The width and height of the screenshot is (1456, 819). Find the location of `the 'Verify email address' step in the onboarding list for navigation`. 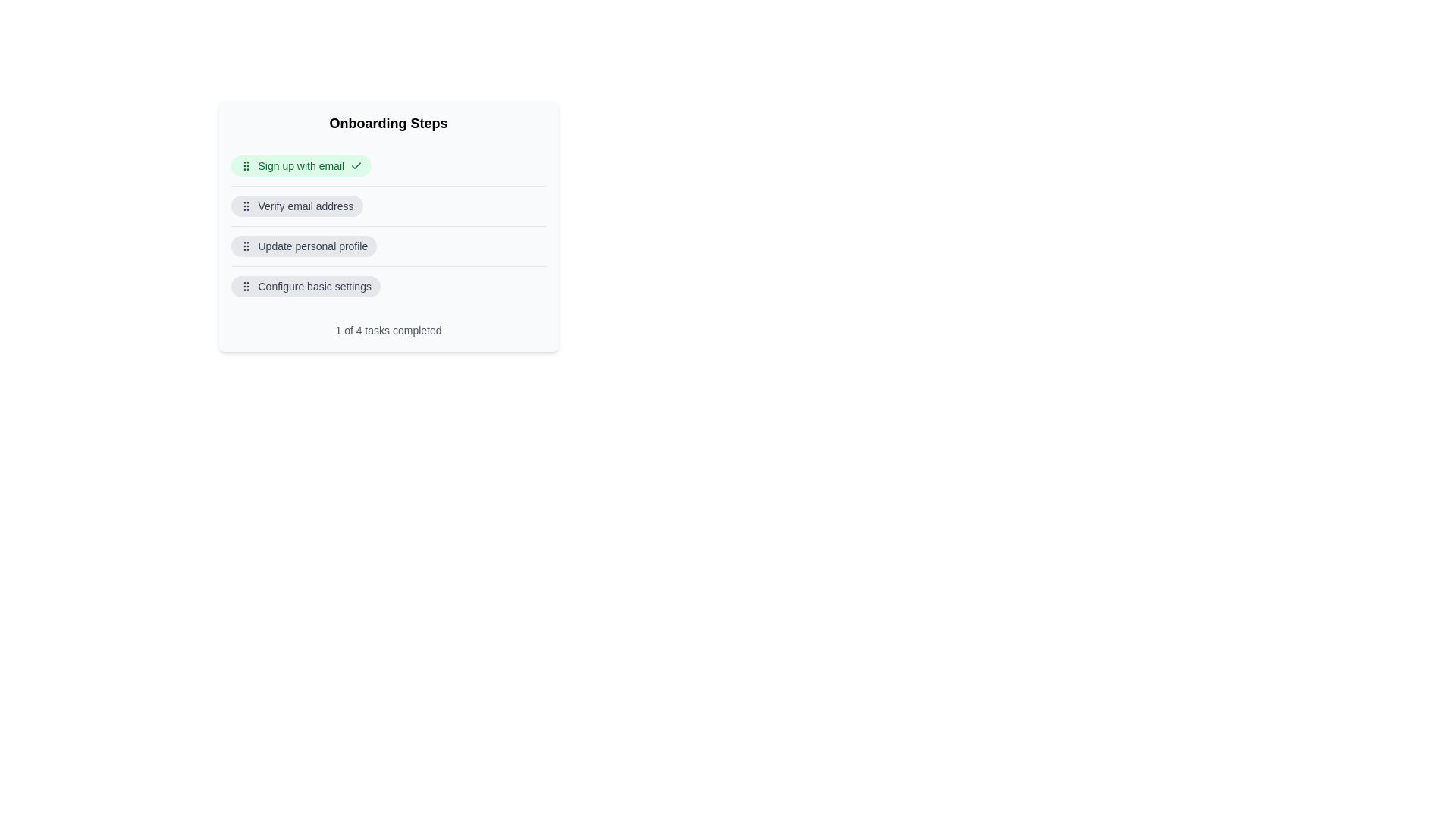

the 'Verify email address' step in the onboarding list for navigation is located at coordinates (305, 206).